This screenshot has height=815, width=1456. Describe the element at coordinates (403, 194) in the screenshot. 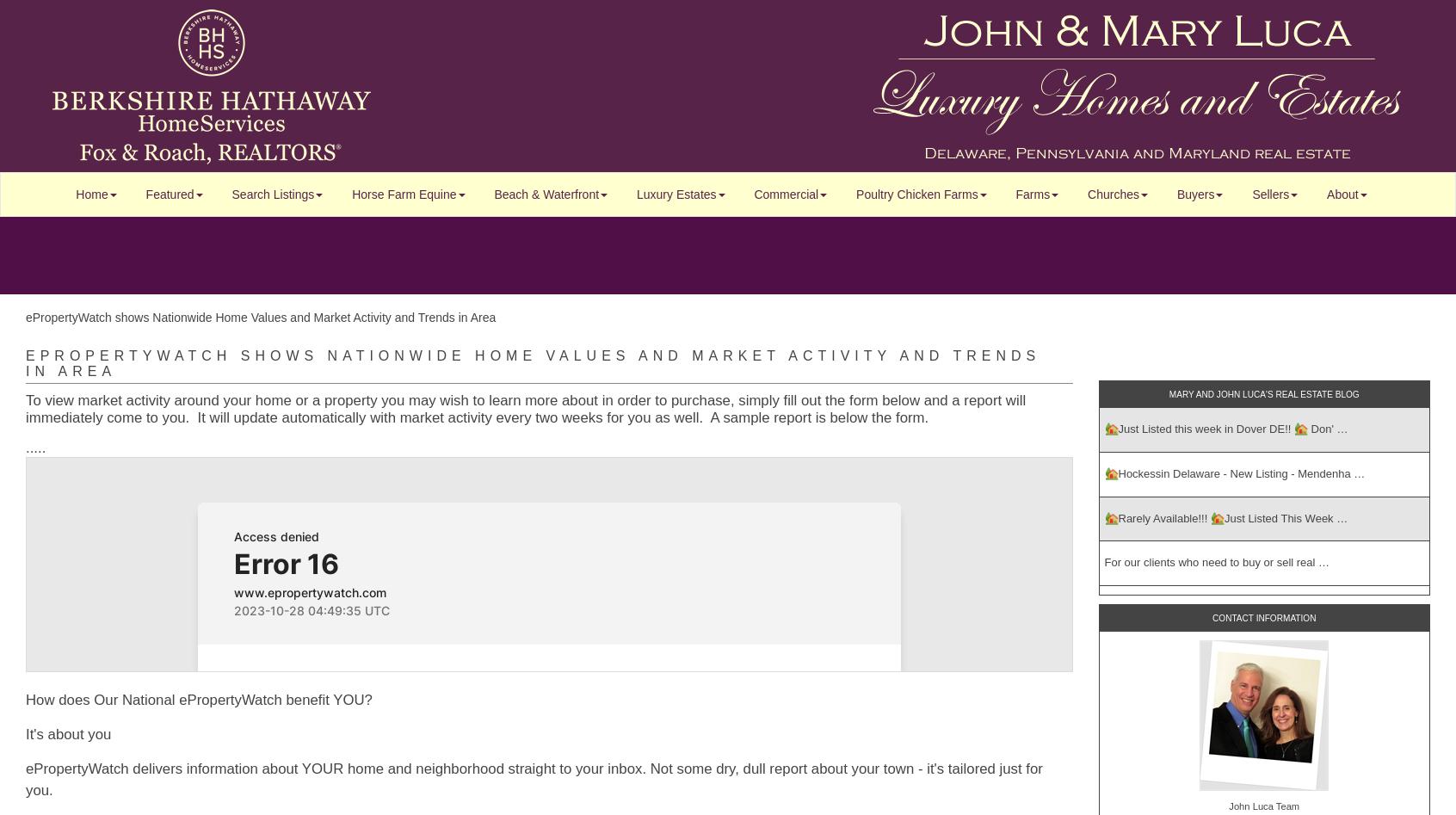

I see `'Horse Farm Equine'` at that location.